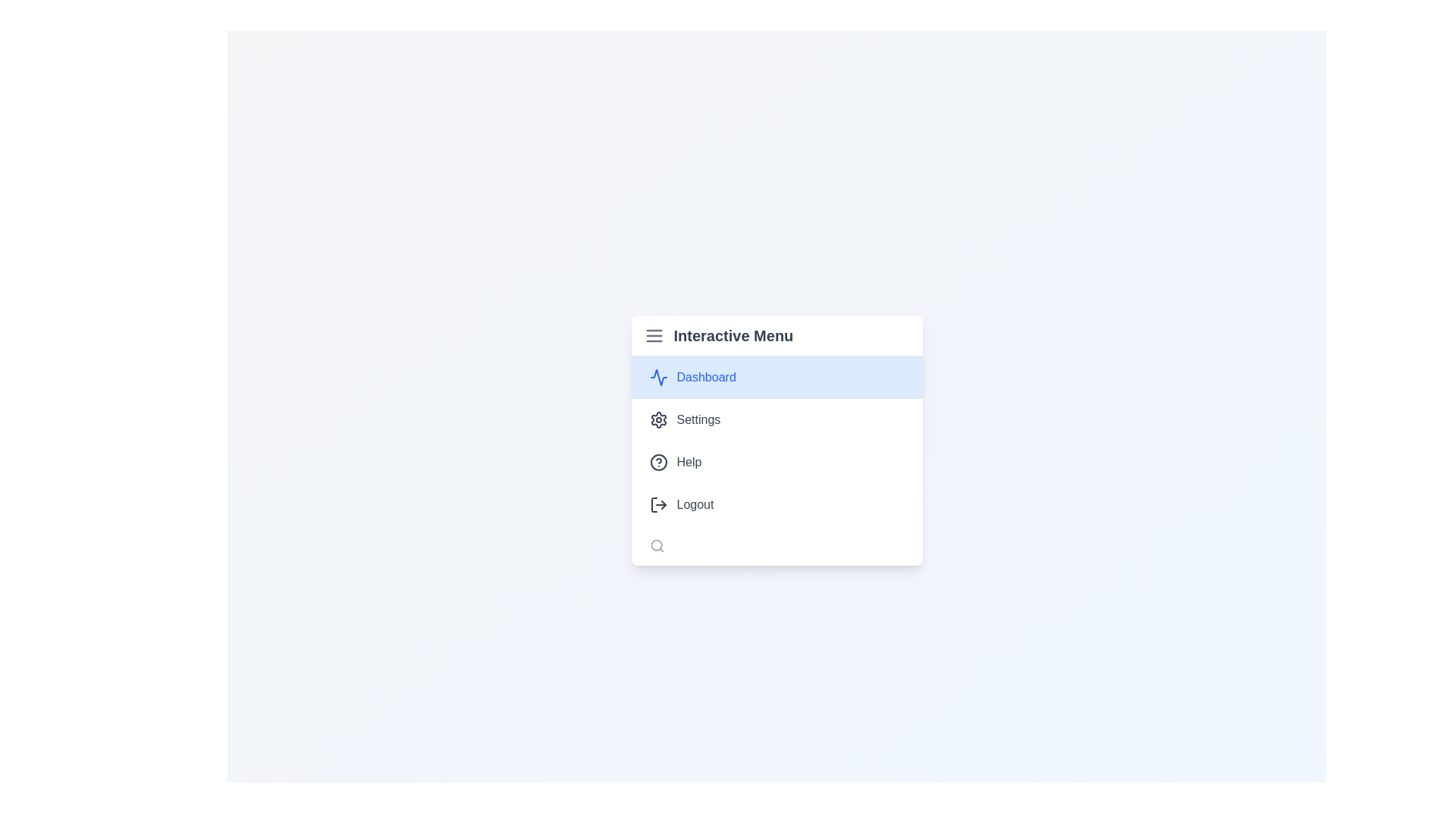 Image resolution: width=1456 pixels, height=819 pixels. I want to click on the visual representation of the logout icon located to the left of the 'Logout' button in the vertical list, so click(658, 504).